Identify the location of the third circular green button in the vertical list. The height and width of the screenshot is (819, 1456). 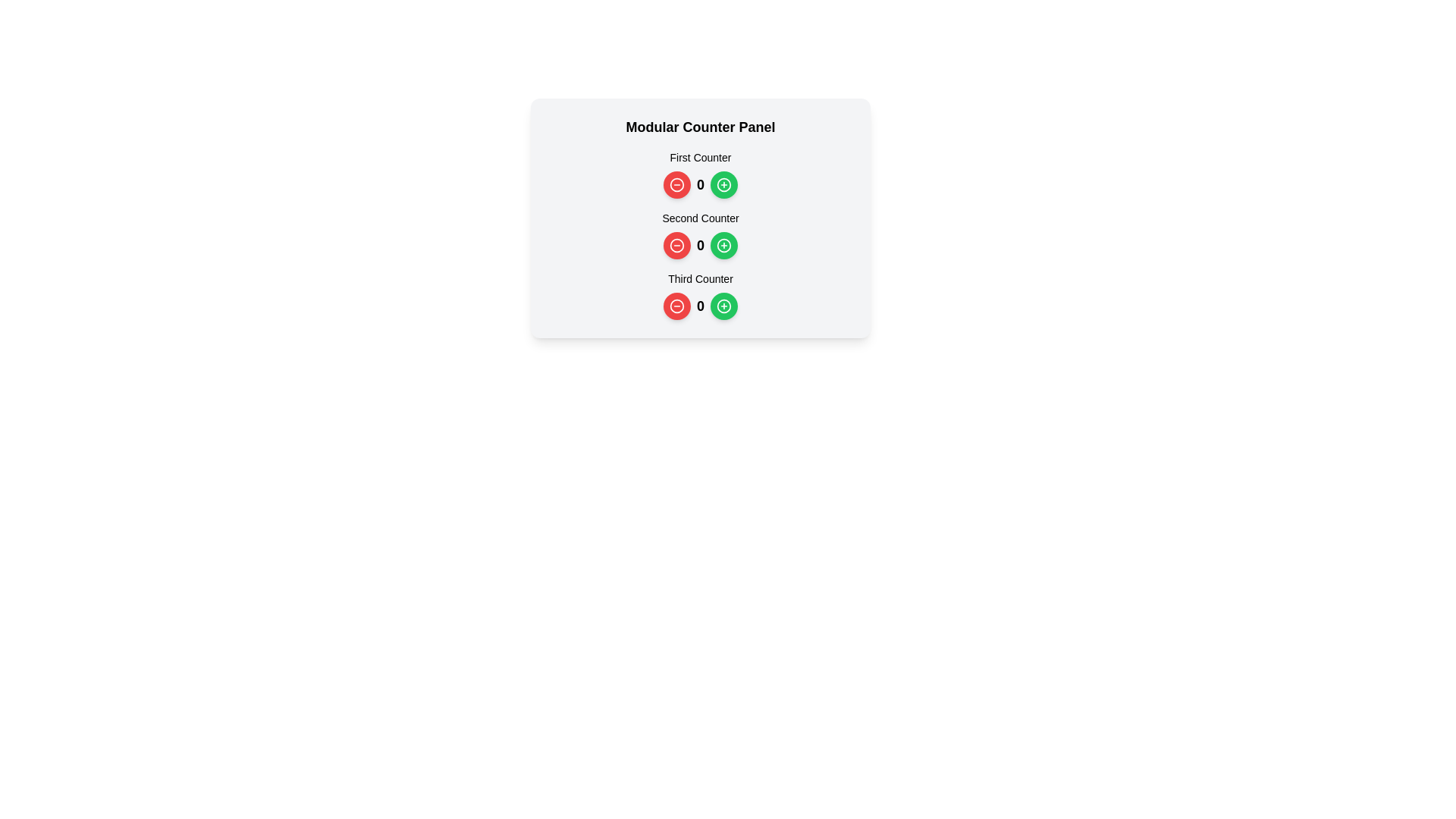
(723, 306).